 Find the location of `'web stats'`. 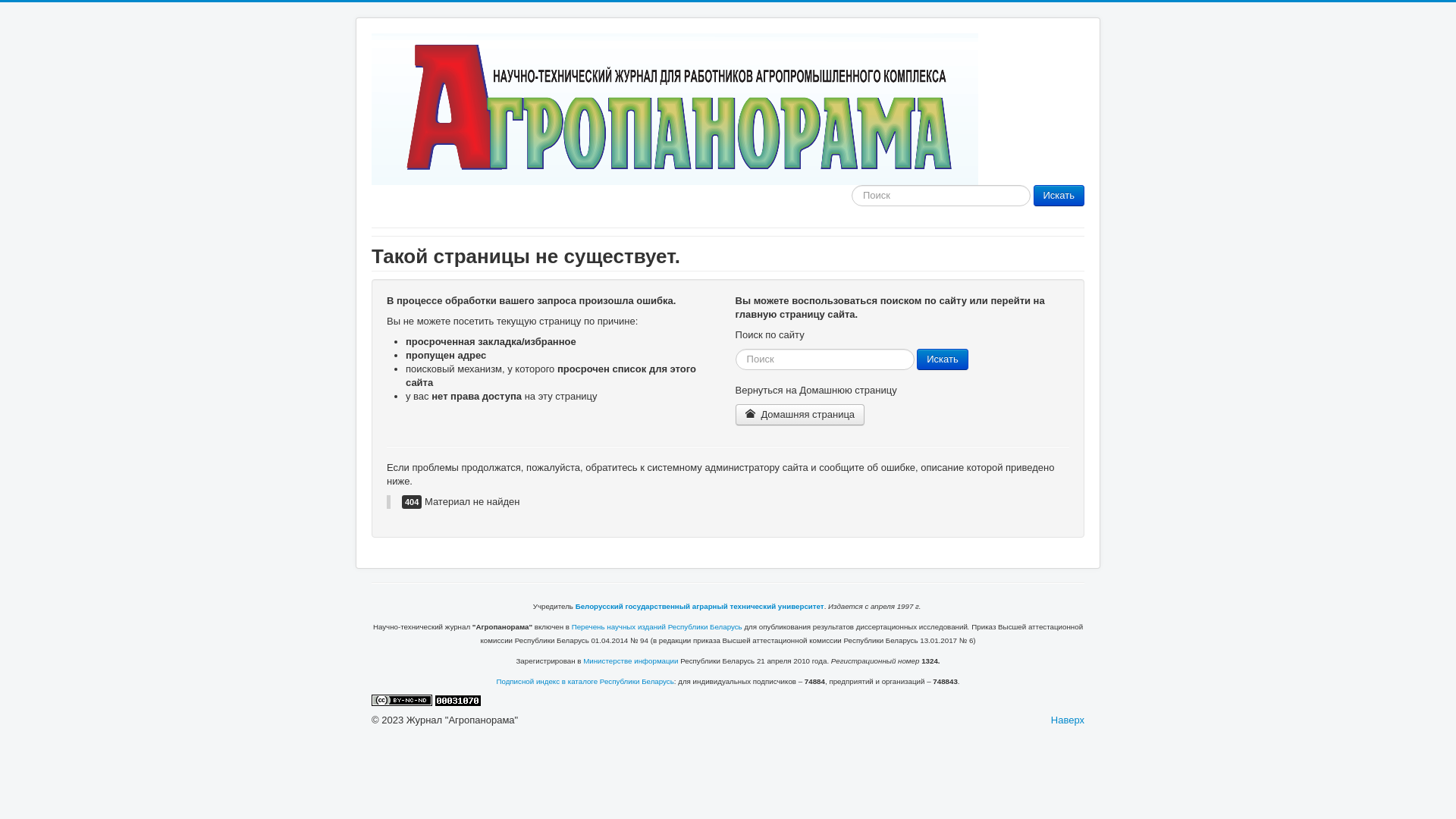

'web stats' is located at coordinates (457, 699).